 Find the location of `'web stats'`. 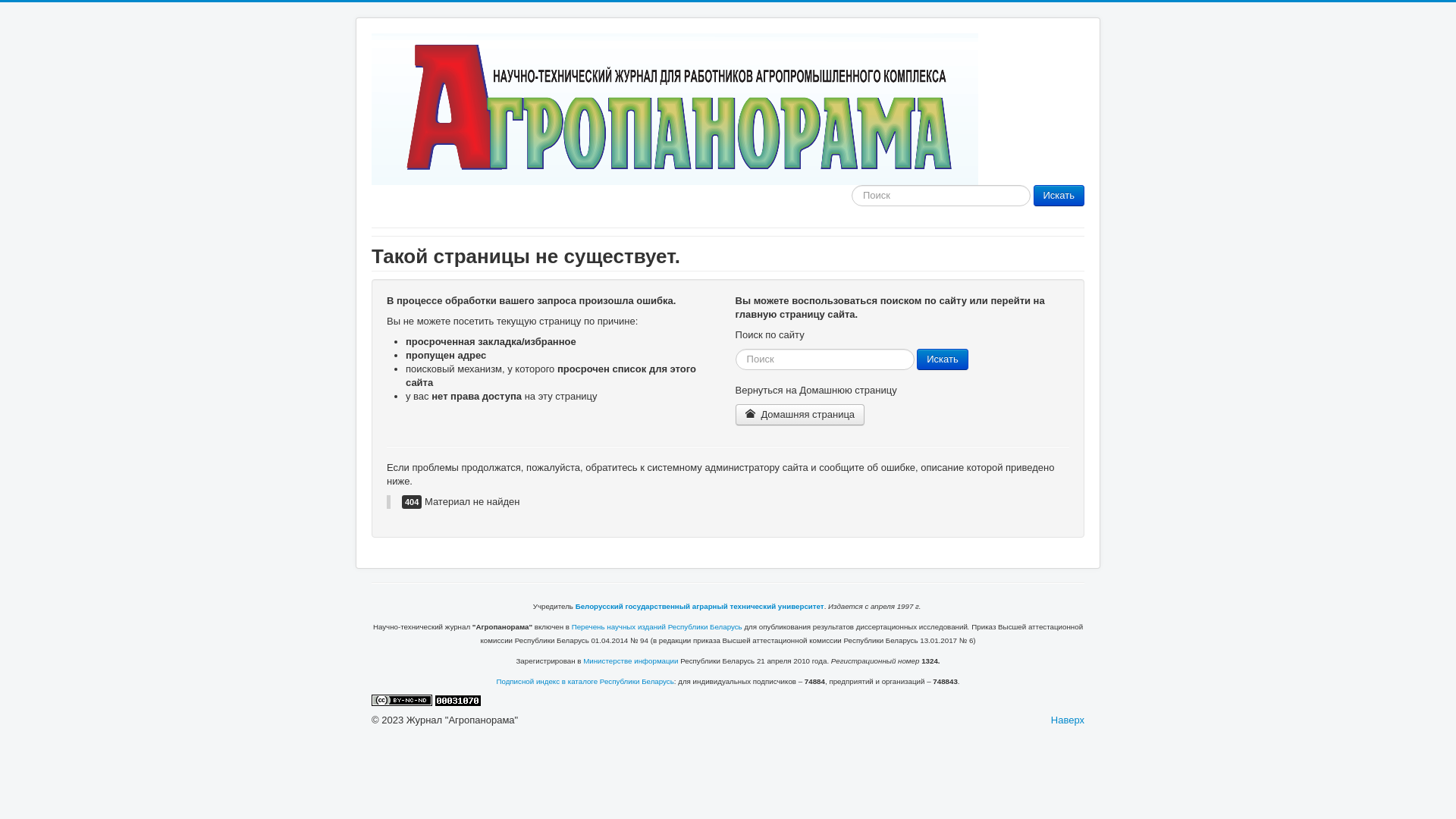

'web stats' is located at coordinates (457, 699).